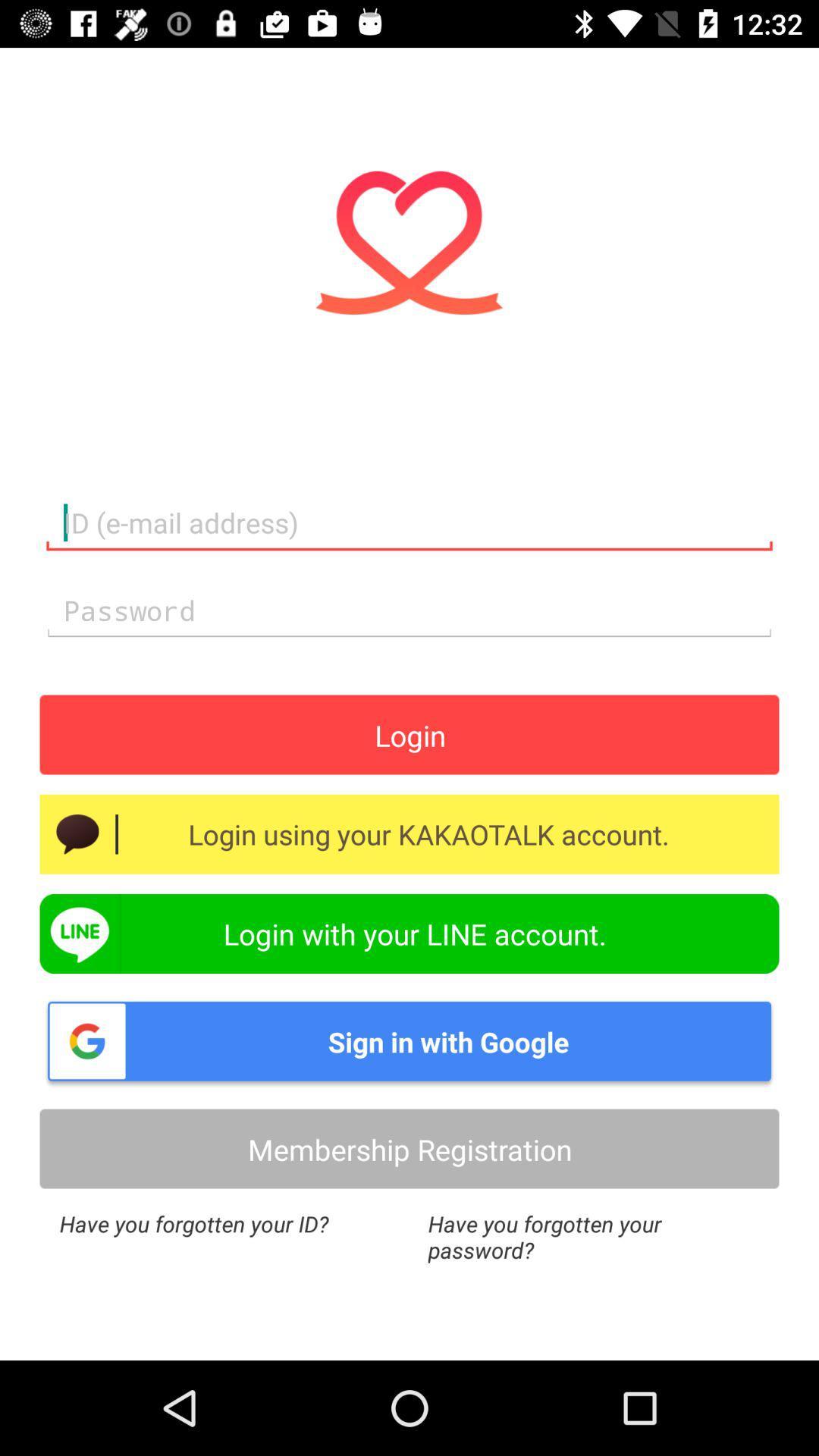 Image resolution: width=819 pixels, height=1456 pixels. I want to click on the text and icon which is just above the membership registration, so click(409, 1040).